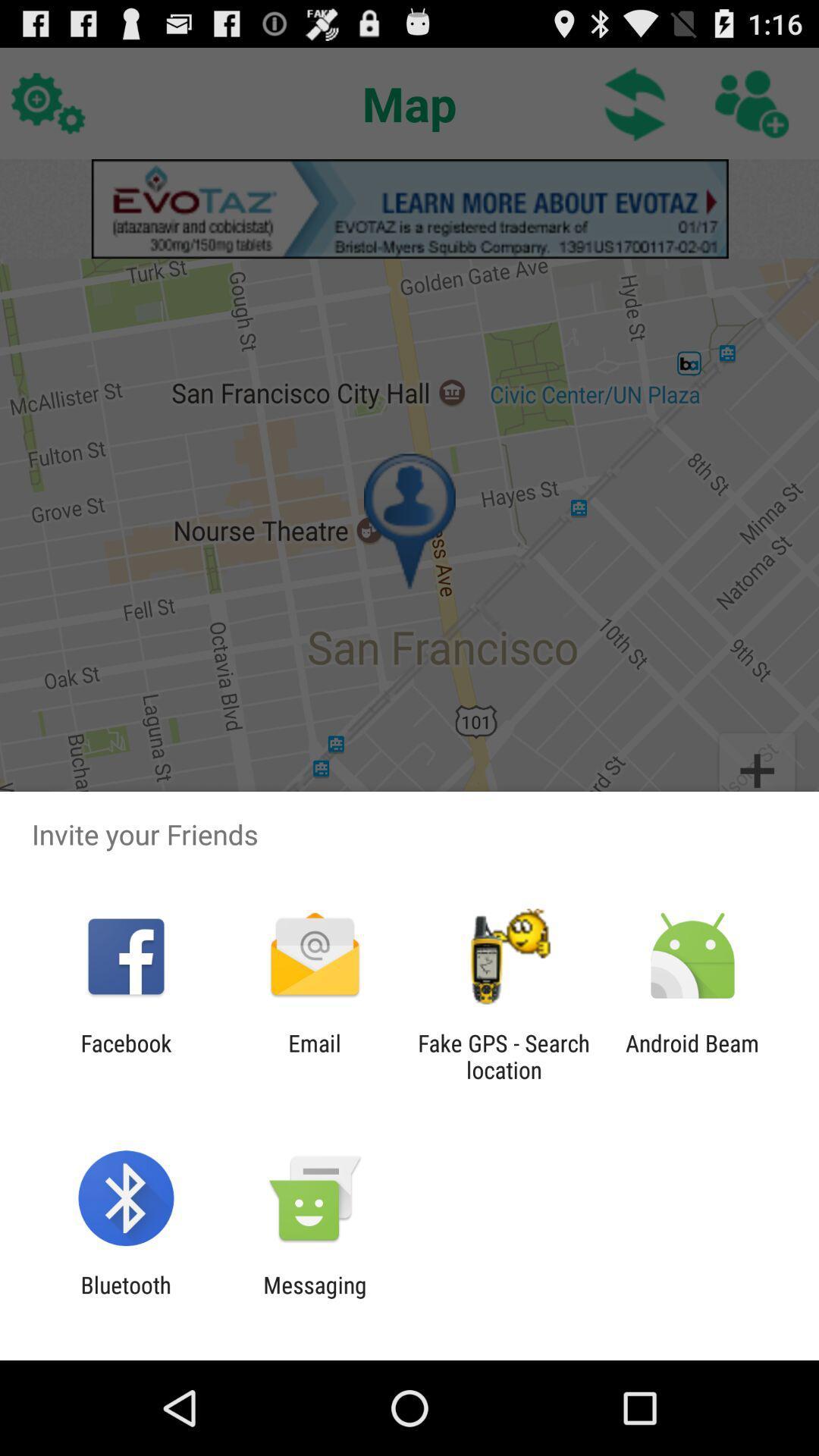  What do you see at coordinates (314, 1056) in the screenshot?
I see `email icon` at bounding box center [314, 1056].